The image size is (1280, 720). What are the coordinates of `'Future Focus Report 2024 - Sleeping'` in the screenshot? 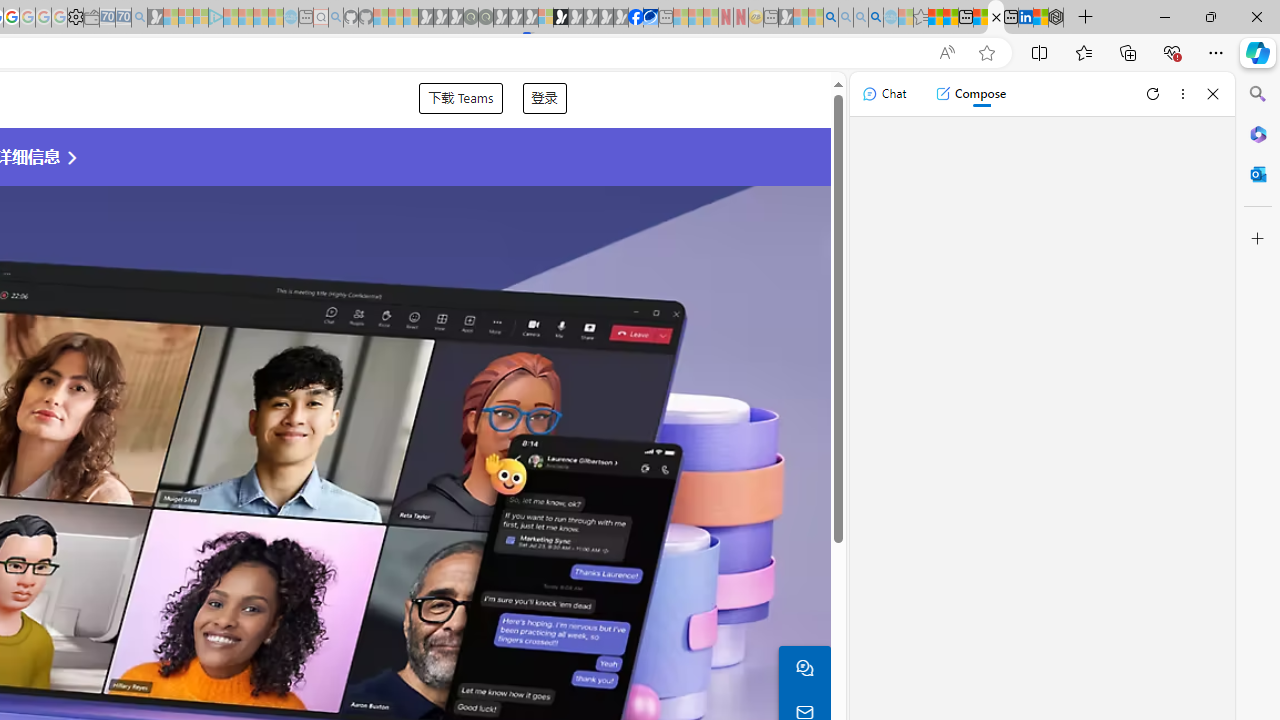 It's located at (485, 17).